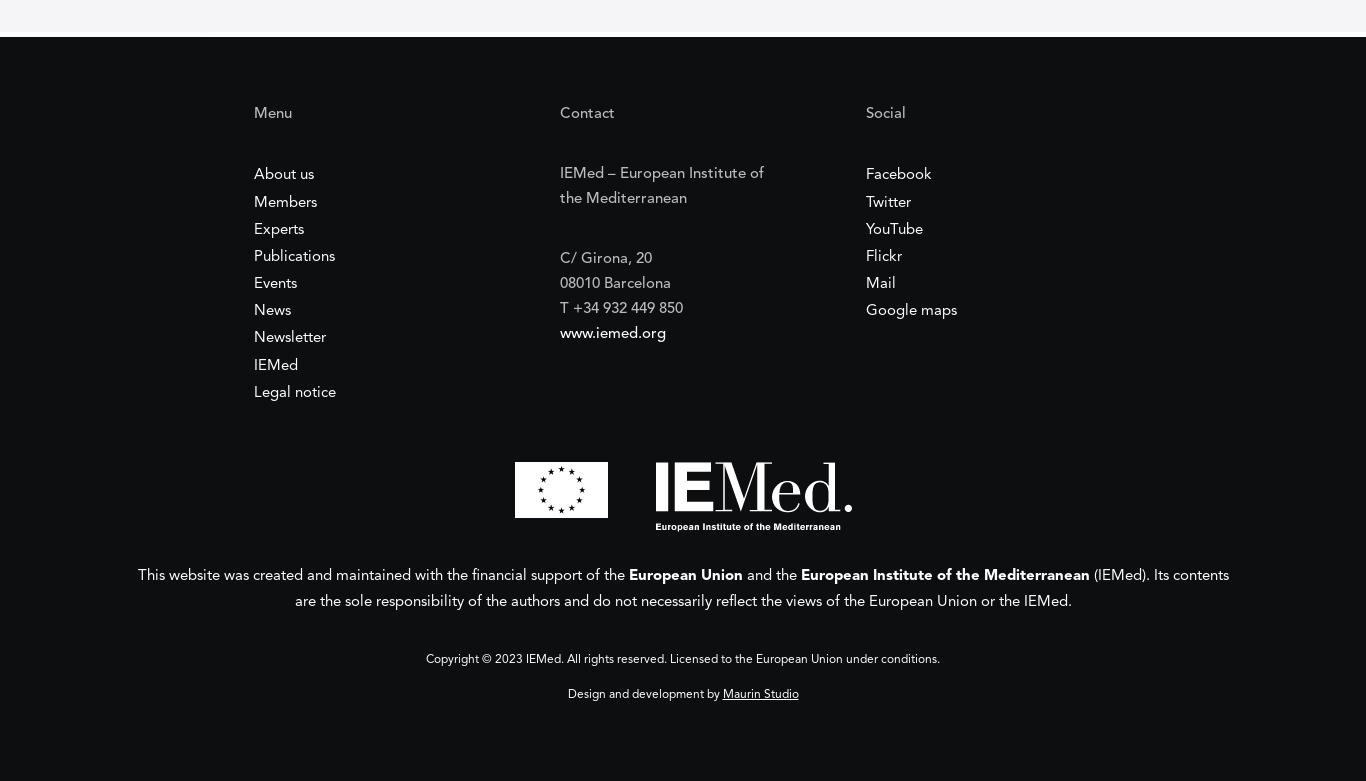 Image resolution: width=1366 pixels, height=781 pixels. Describe the element at coordinates (621, 198) in the screenshot. I see `'the Mediterranean'` at that location.